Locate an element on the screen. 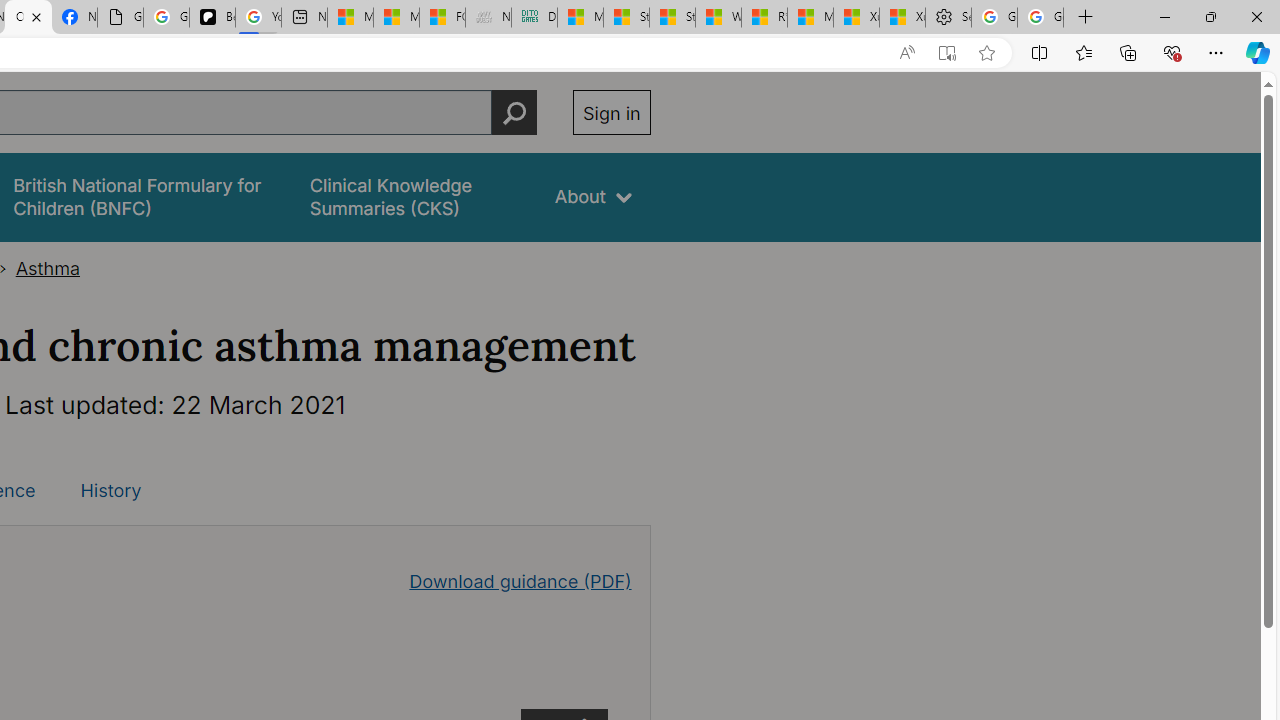 The height and width of the screenshot is (720, 1280). 'Google Analytics Opt-out Browser Add-on Download Page' is located at coordinates (119, 17).